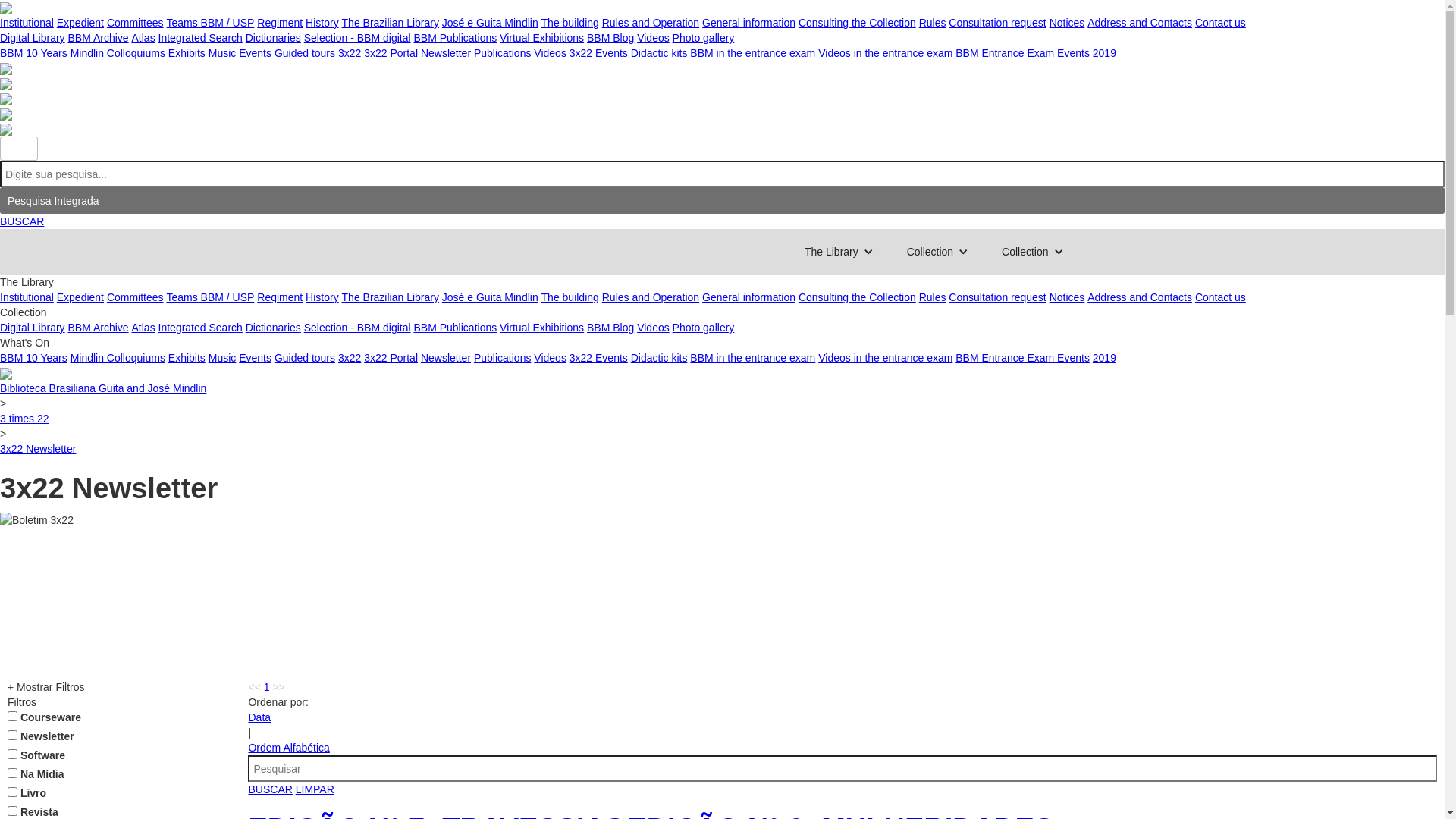 This screenshot has height=819, width=1456. What do you see at coordinates (186, 52) in the screenshot?
I see `'Exhibits'` at bounding box center [186, 52].